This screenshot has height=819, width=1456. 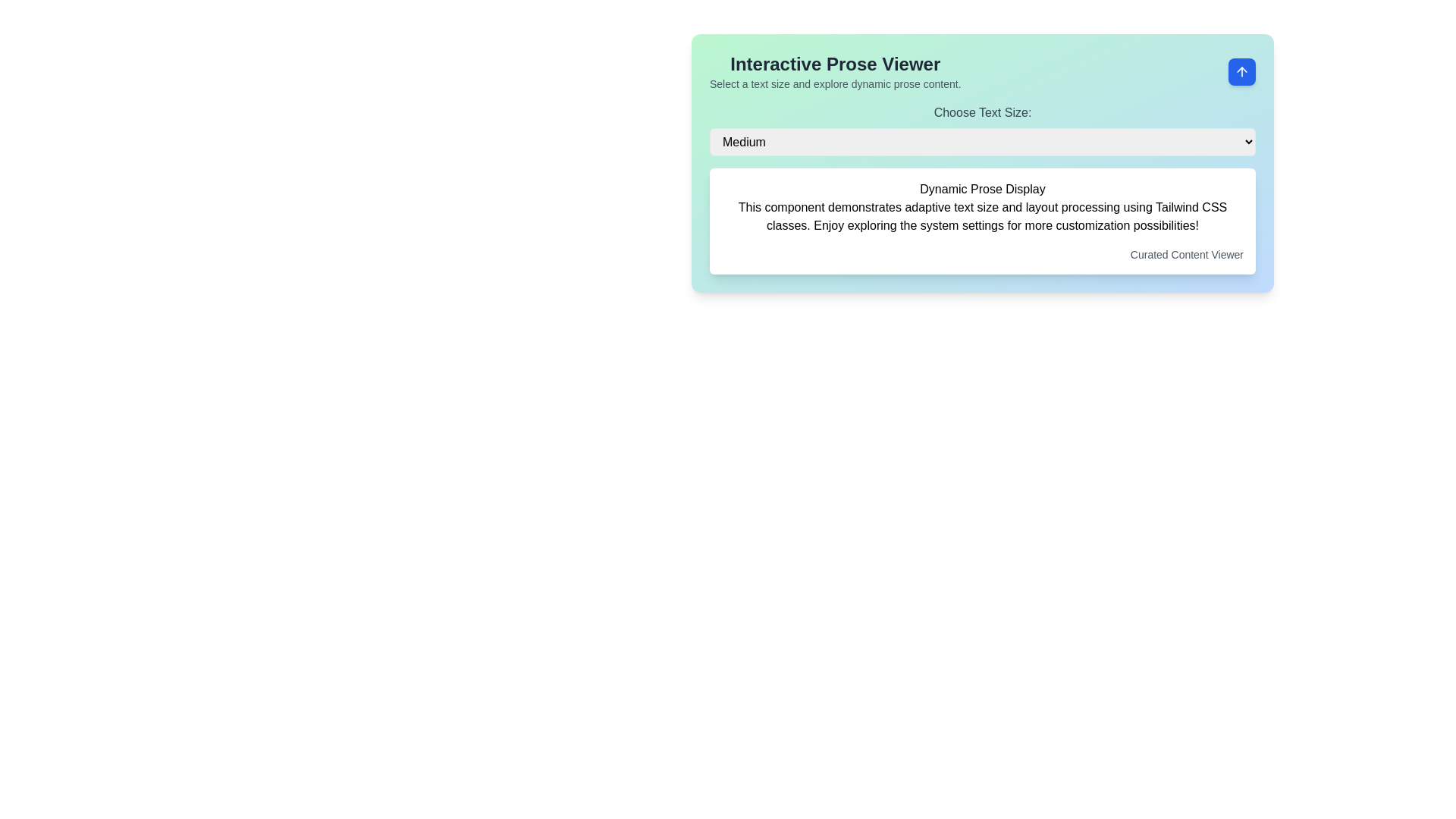 What do you see at coordinates (834, 84) in the screenshot?
I see `the text label that reads 'Select a text size and explore dynamic prose content.', which is positioned below the bold heading 'Interactive Prose Viewer'` at bounding box center [834, 84].